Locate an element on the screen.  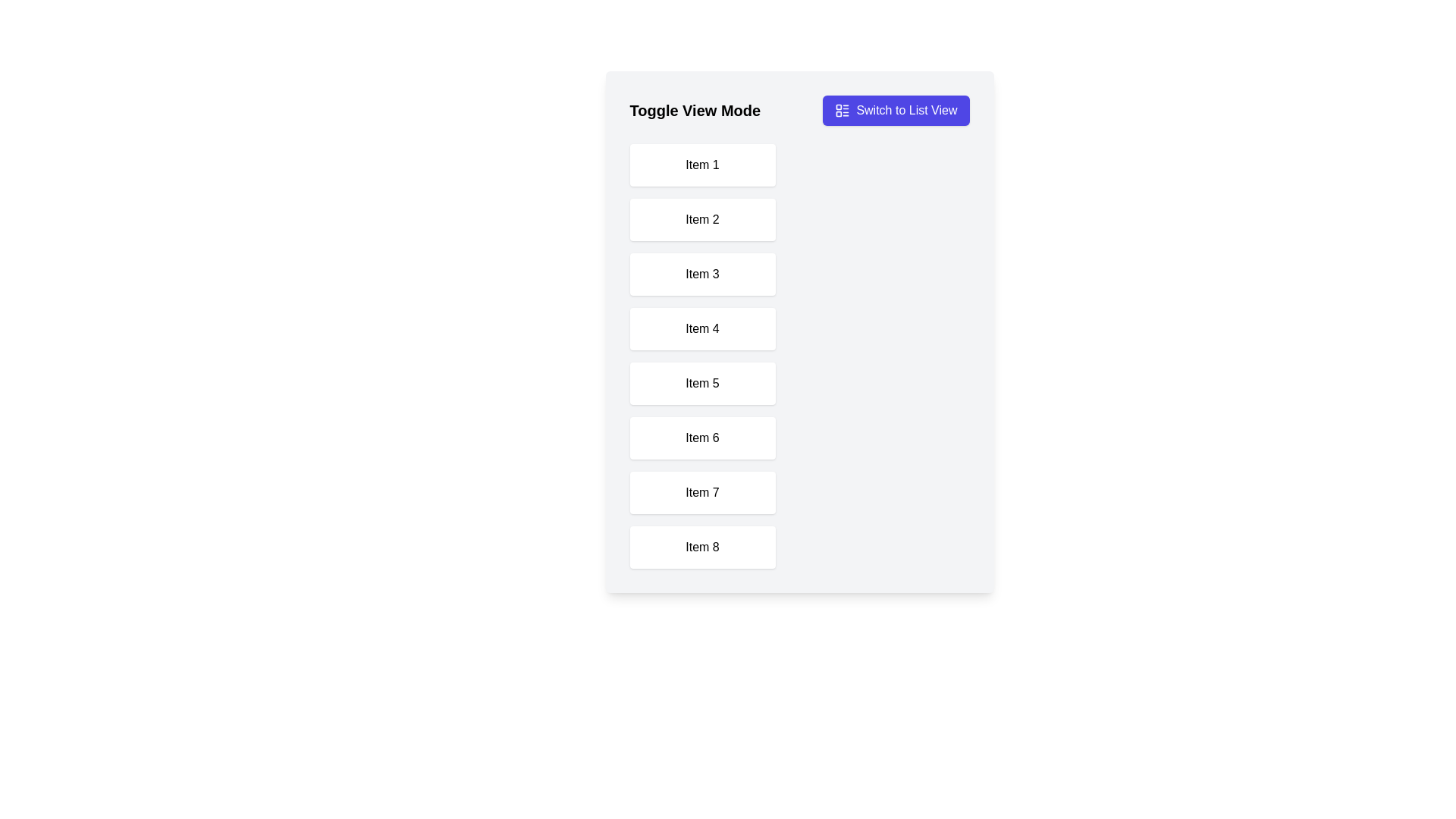
the 'Switch to List View' button to toggle the view mode is located at coordinates (896, 110).